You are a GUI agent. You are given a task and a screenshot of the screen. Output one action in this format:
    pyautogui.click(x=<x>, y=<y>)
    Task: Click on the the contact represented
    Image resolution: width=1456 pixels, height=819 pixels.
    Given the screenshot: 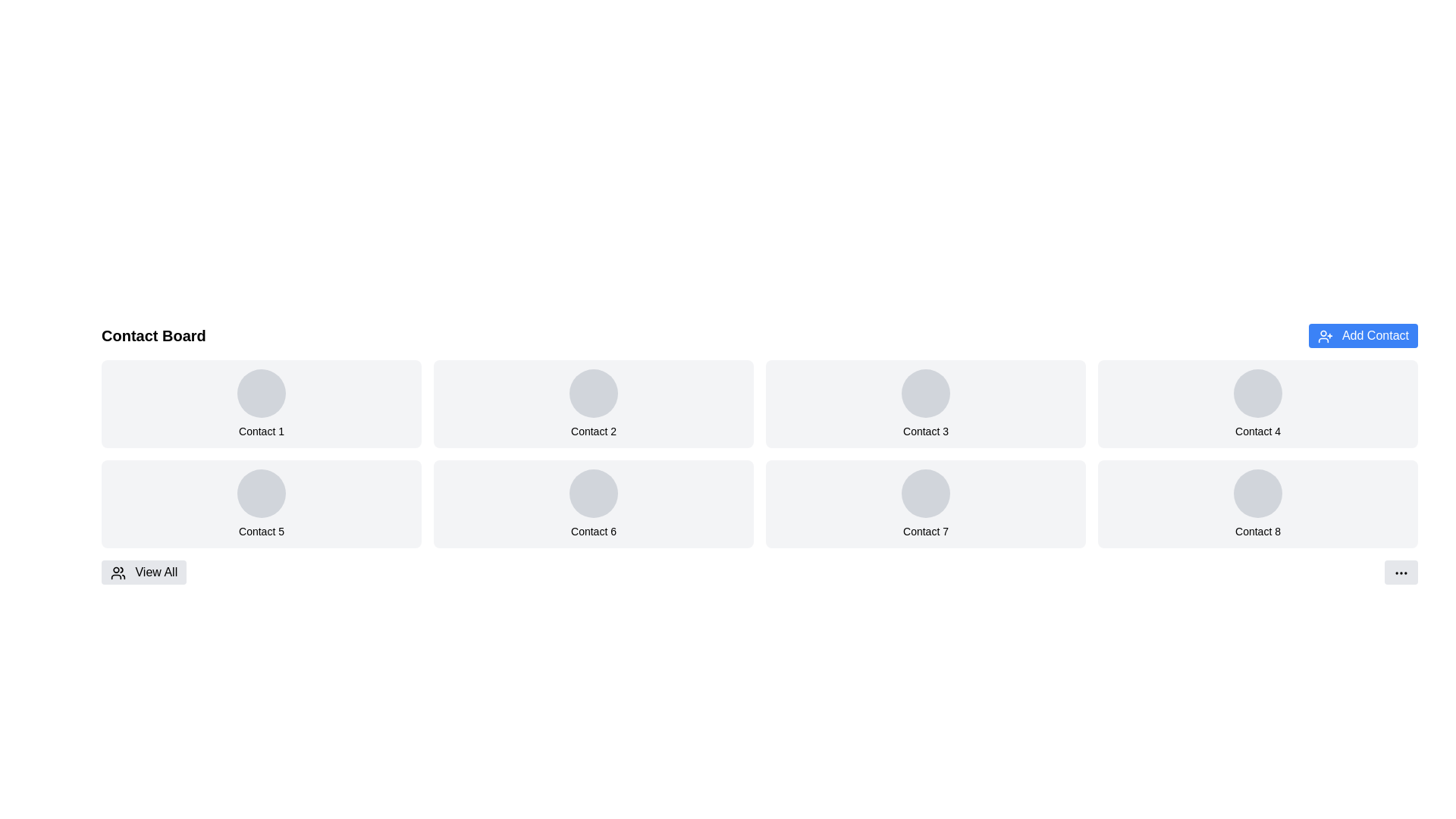 What is the action you would take?
    pyautogui.click(x=592, y=431)
    